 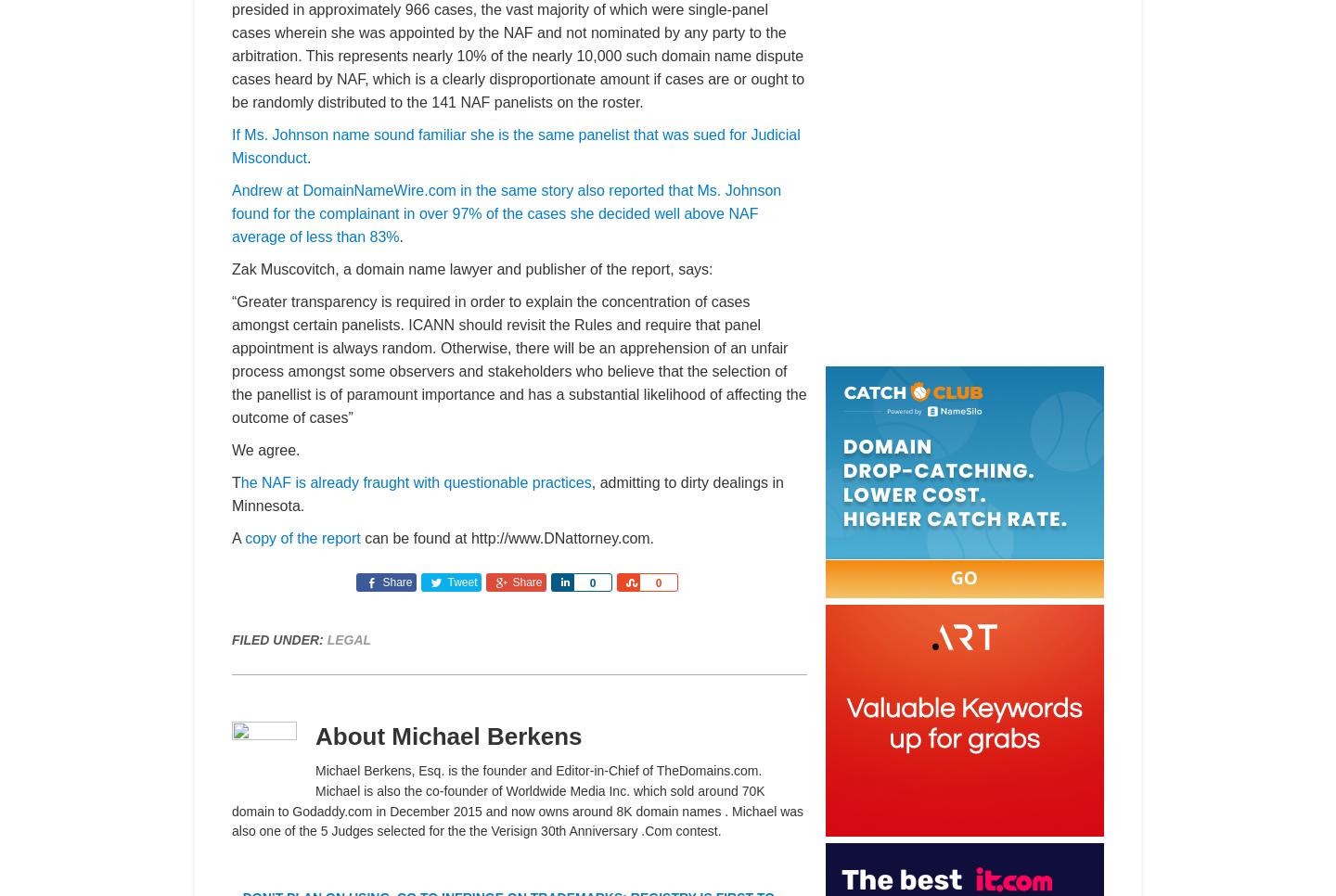 I want to click on 'Zak Muscovitch, a domain name lawyer and publisher of the report, says:', so click(x=230, y=268).